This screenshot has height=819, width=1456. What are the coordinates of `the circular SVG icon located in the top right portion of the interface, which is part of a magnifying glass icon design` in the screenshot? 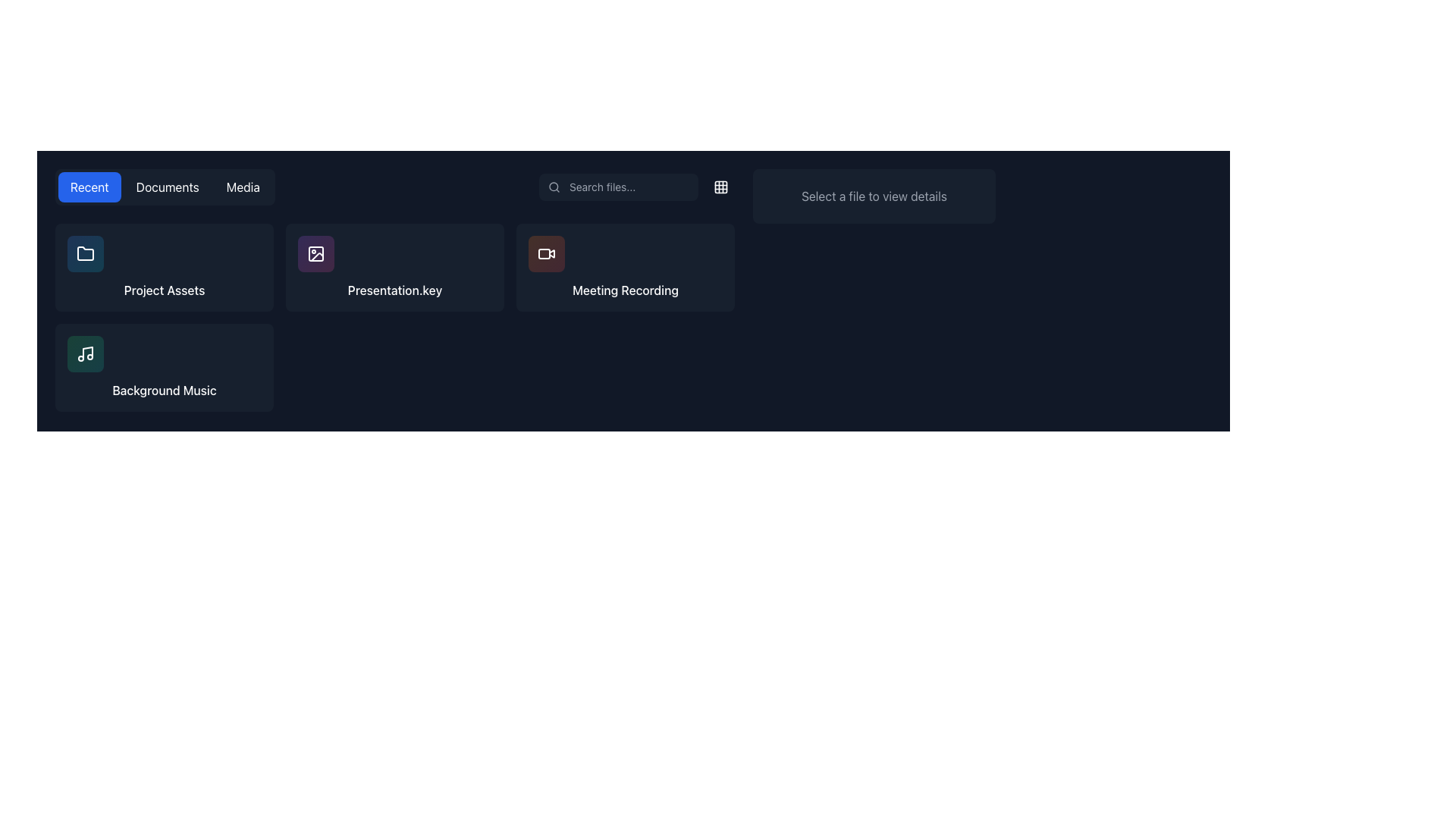 It's located at (553, 186).